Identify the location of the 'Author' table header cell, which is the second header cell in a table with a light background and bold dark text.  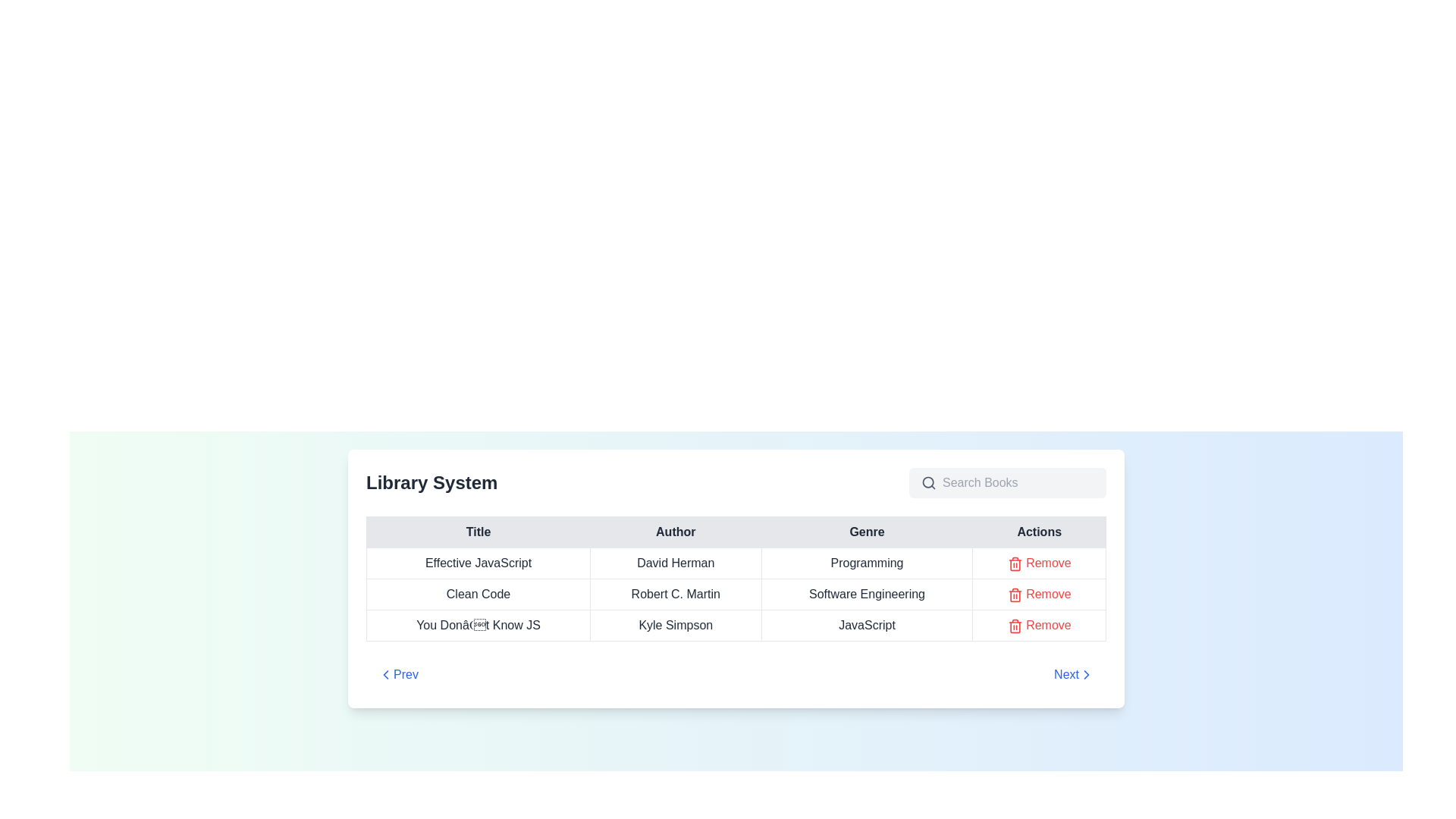
(675, 532).